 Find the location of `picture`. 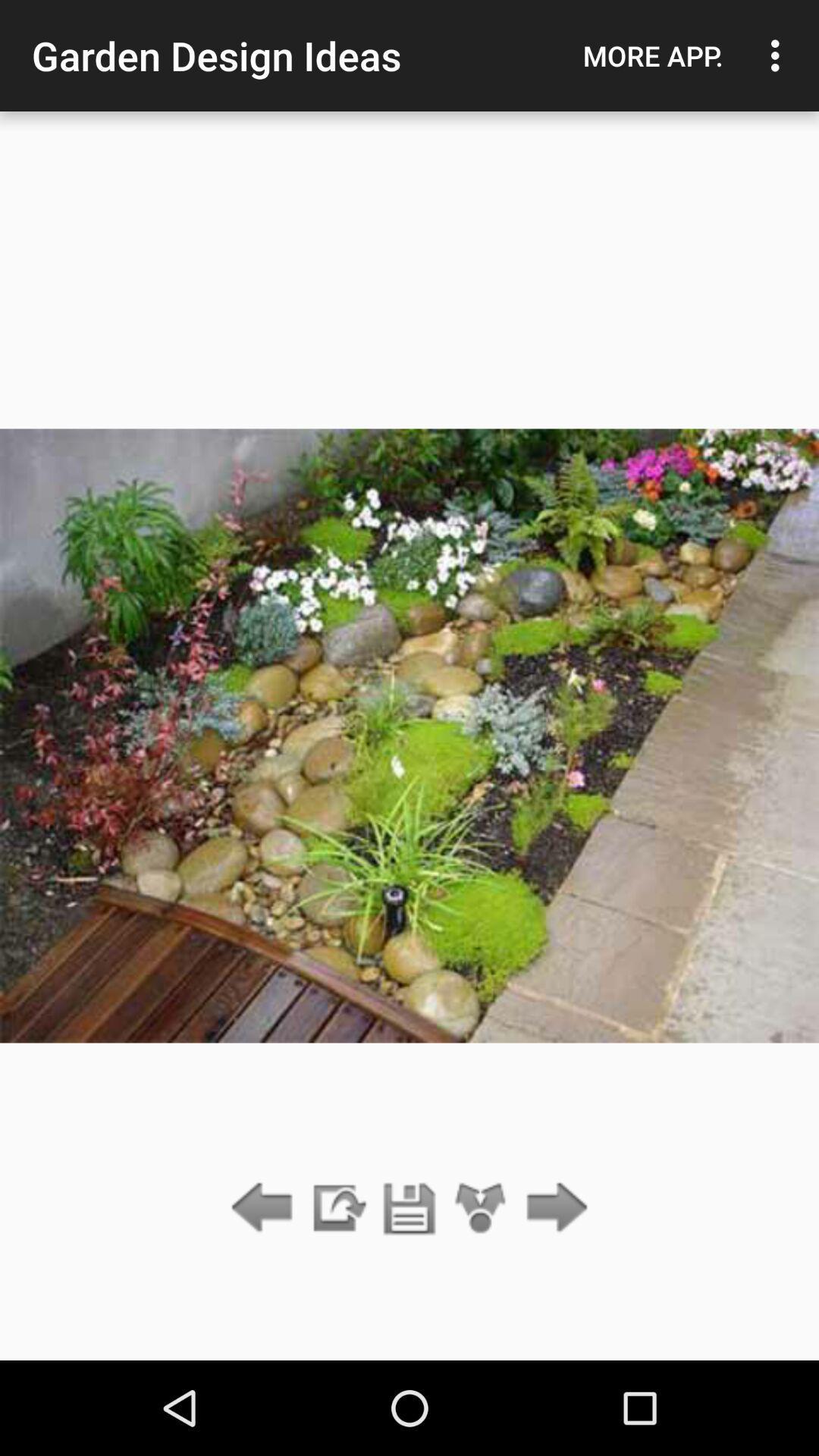

picture is located at coordinates (409, 1208).